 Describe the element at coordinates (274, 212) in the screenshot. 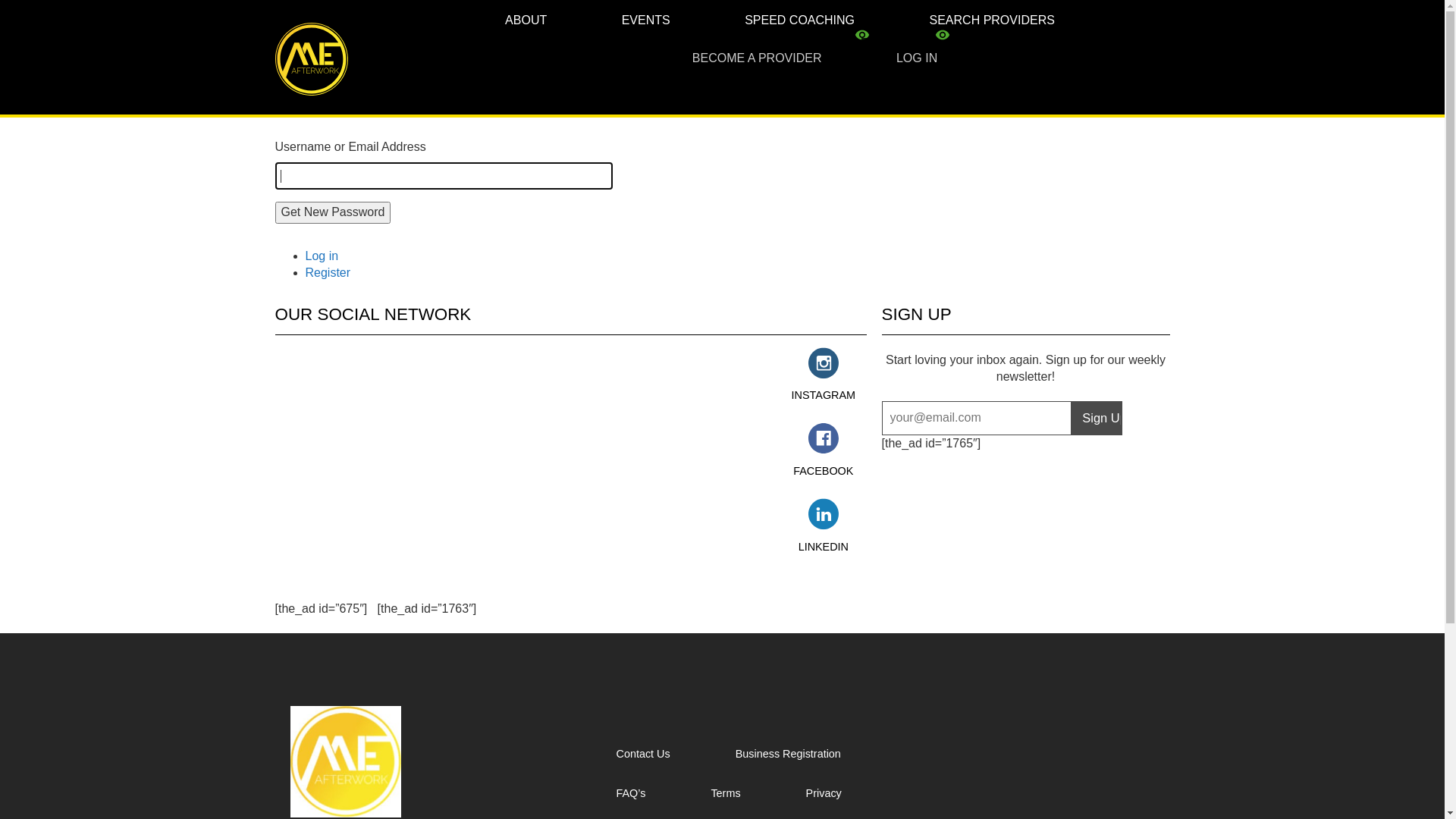

I see `'Get New Password'` at that location.